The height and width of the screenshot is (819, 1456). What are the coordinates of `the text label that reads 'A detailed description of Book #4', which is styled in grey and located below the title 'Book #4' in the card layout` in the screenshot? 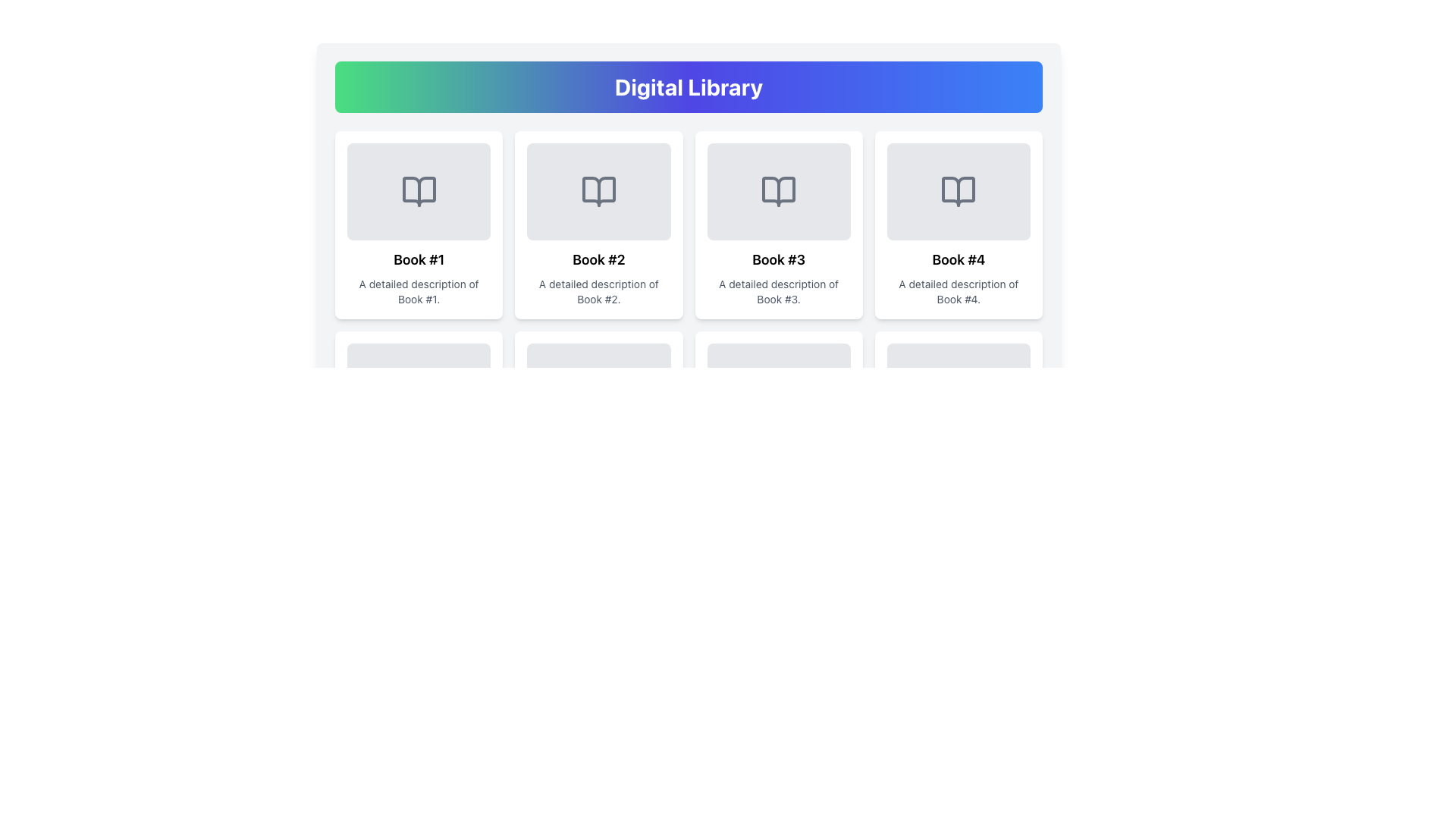 It's located at (958, 292).